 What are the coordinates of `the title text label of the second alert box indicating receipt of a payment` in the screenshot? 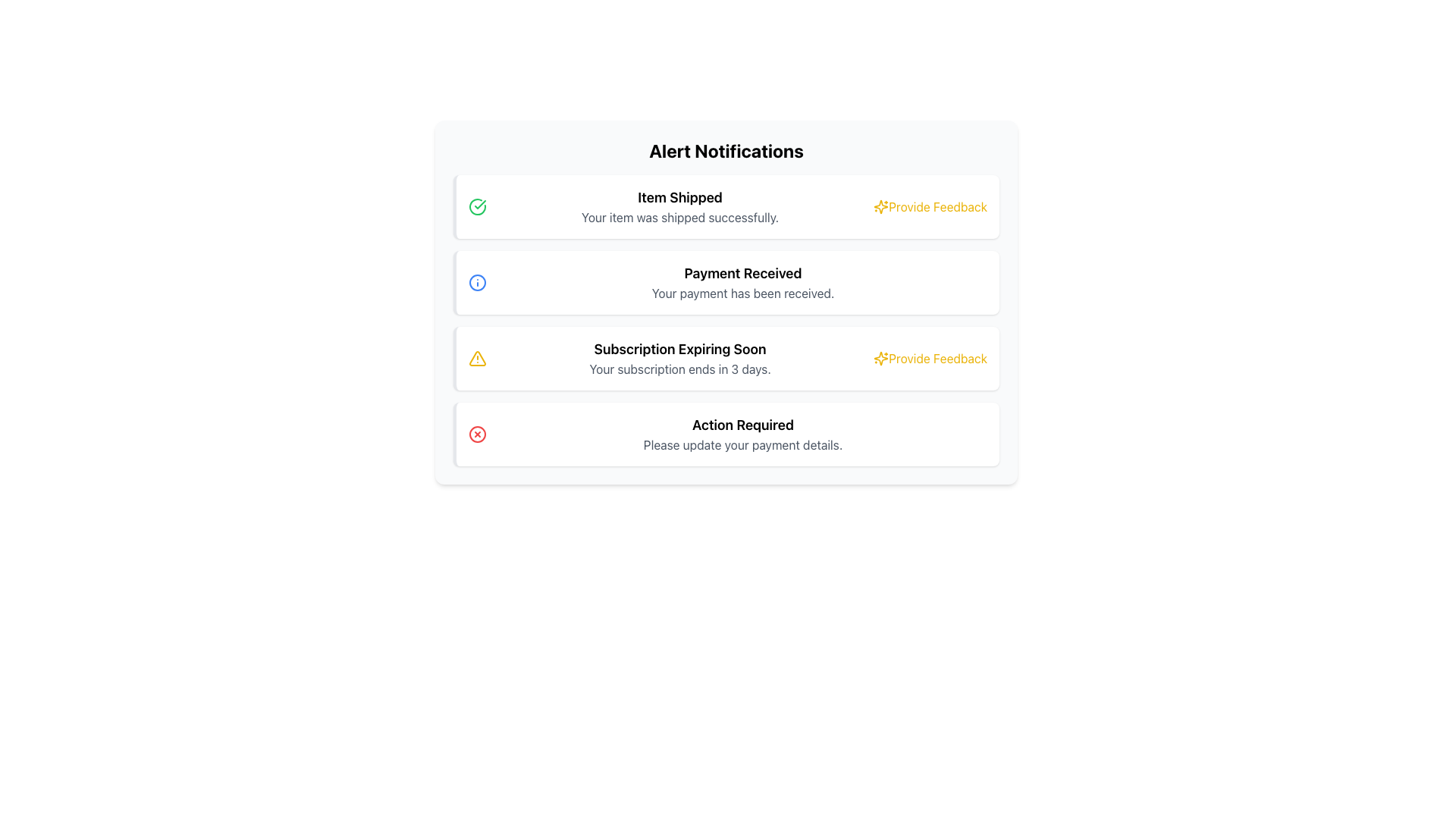 It's located at (742, 274).